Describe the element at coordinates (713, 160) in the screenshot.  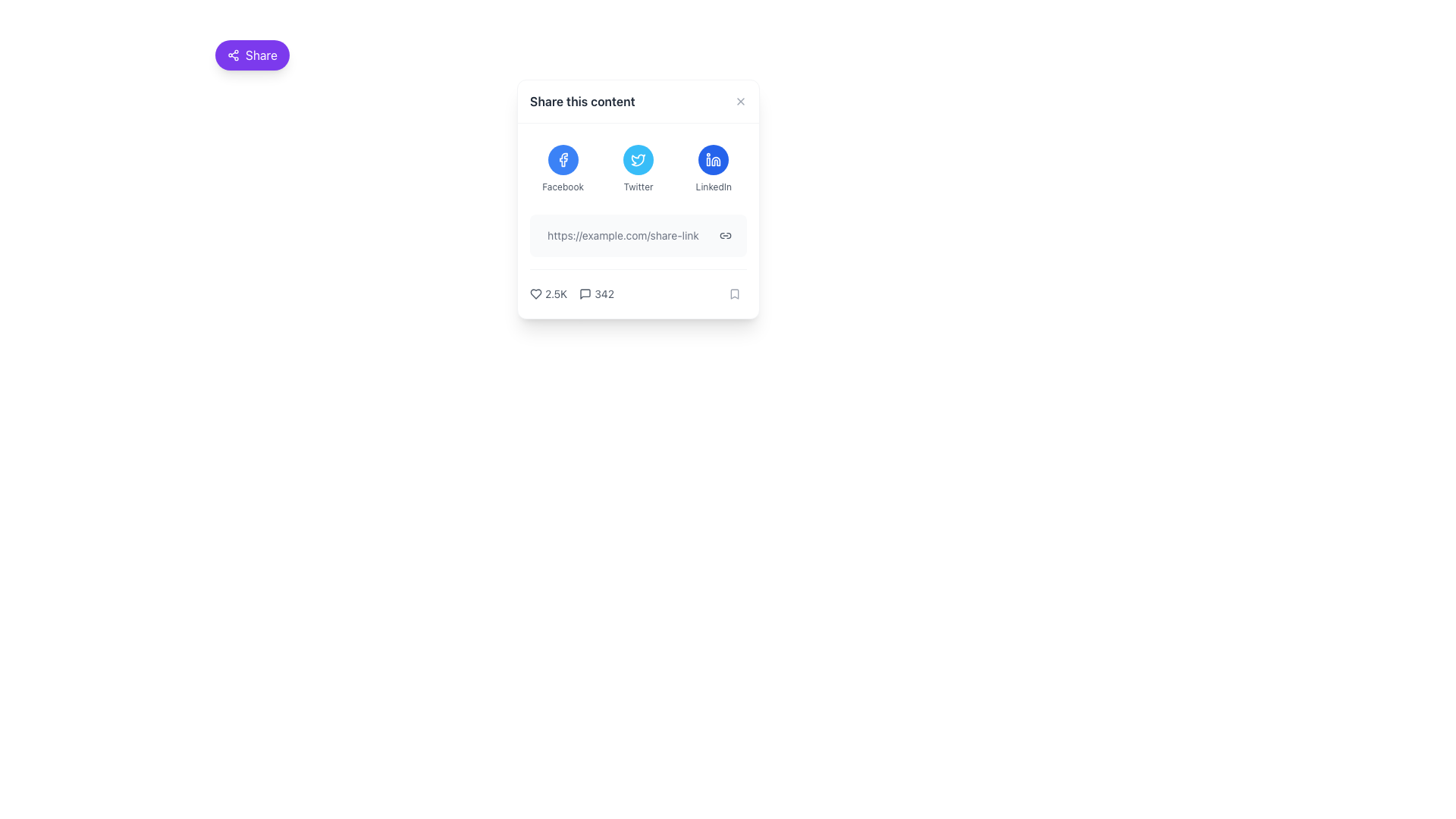
I see `the LinkedIn icon button, which is a blue circular button containing the LinkedIn logo` at that location.